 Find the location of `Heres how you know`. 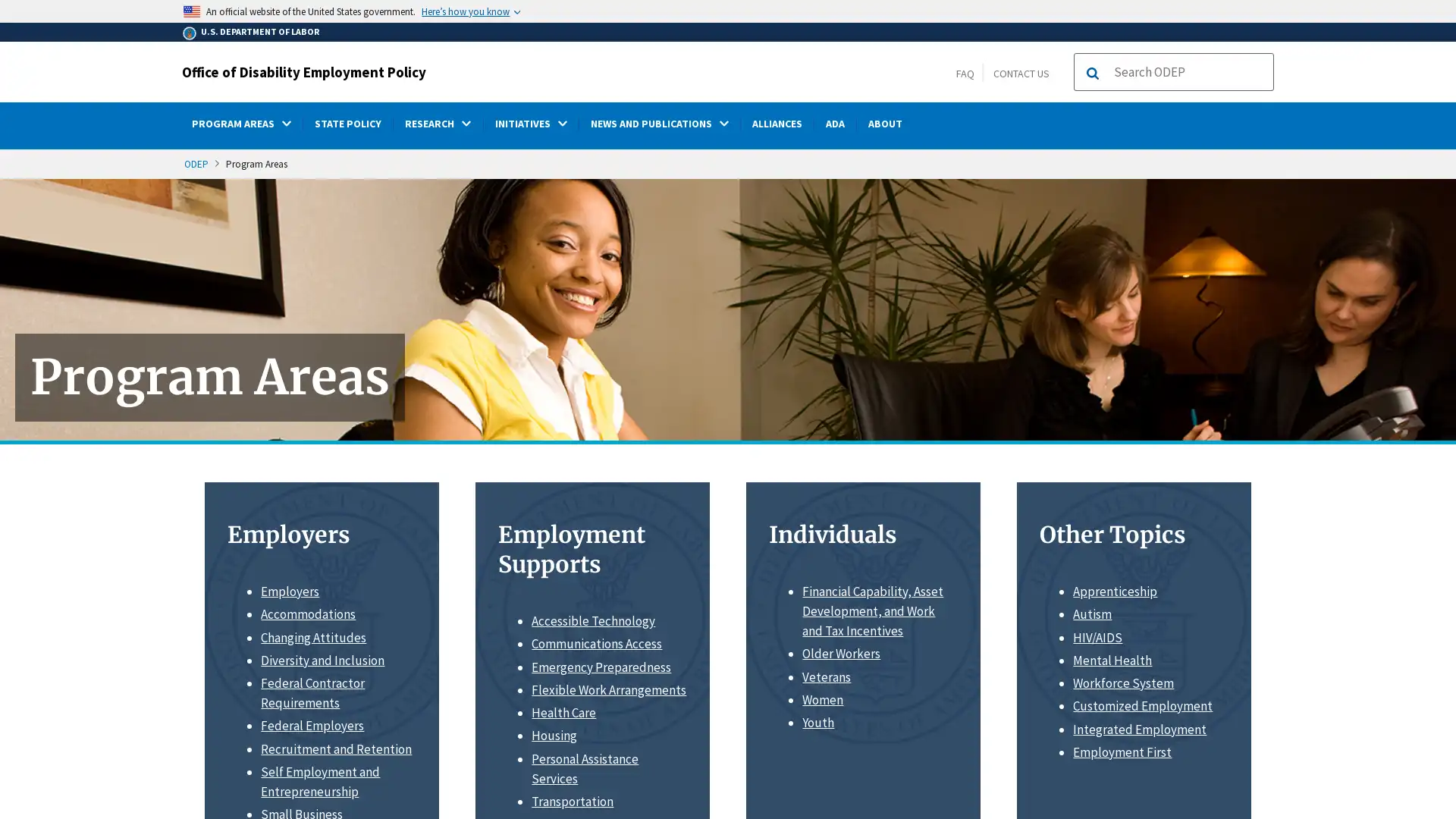

Heres how you know is located at coordinates (469, 11).